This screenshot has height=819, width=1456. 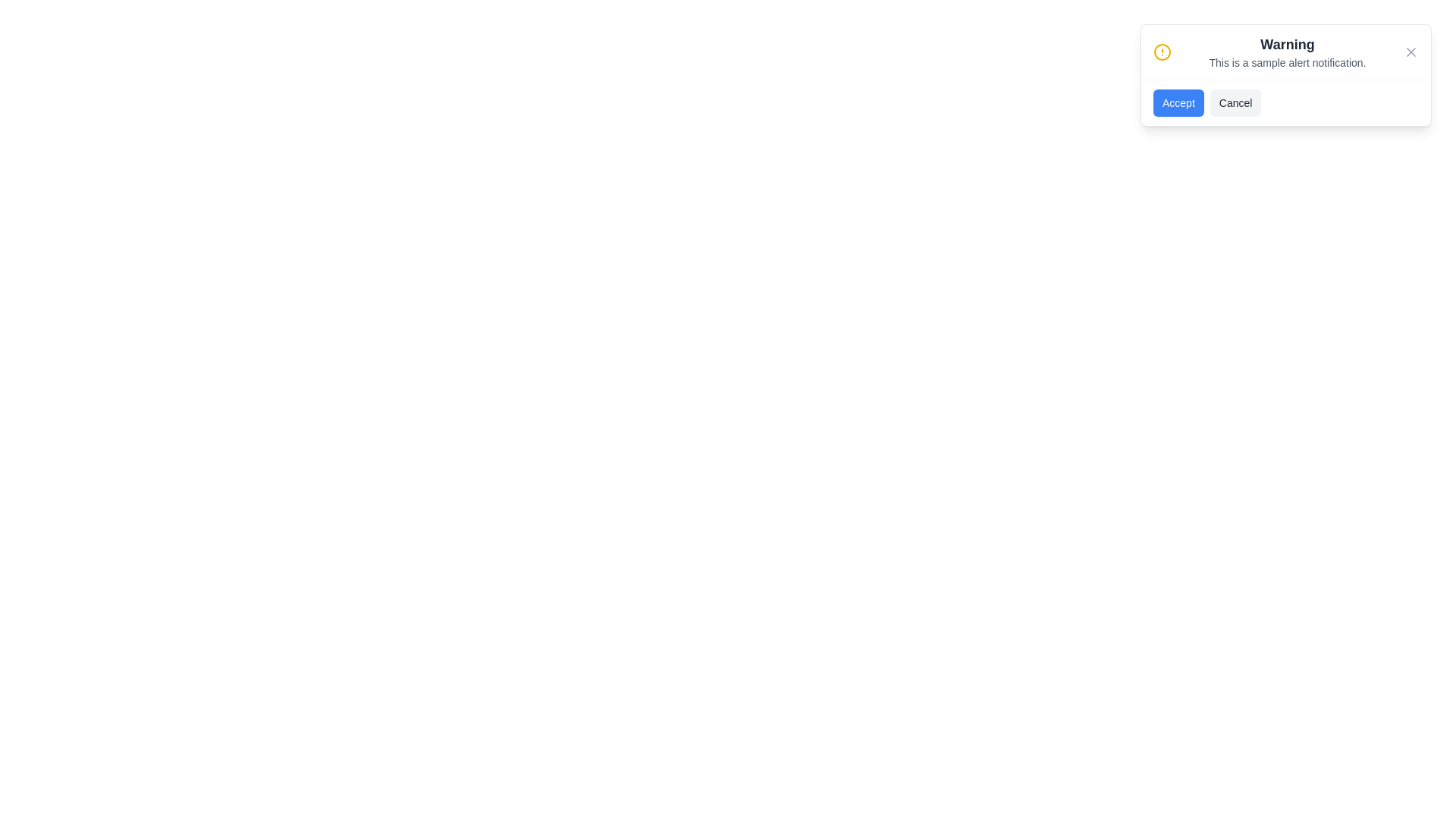 I want to click on the dismiss button located at the bottom right of the notification box, so click(x=1235, y=102).